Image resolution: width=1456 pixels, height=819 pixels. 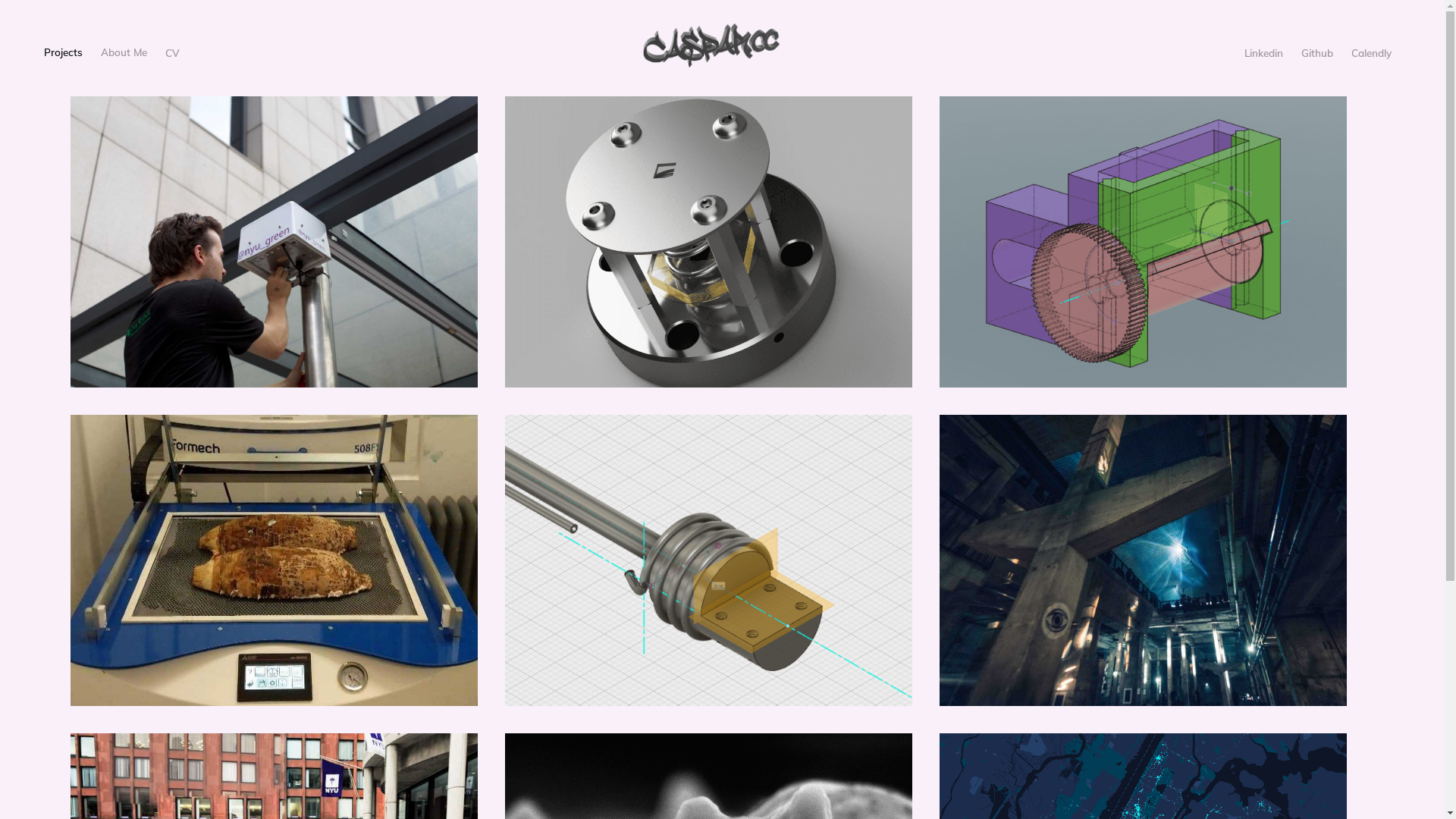 What do you see at coordinates (172, 52) in the screenshot?
I see `'CV'` at bounding box center [172, 52].